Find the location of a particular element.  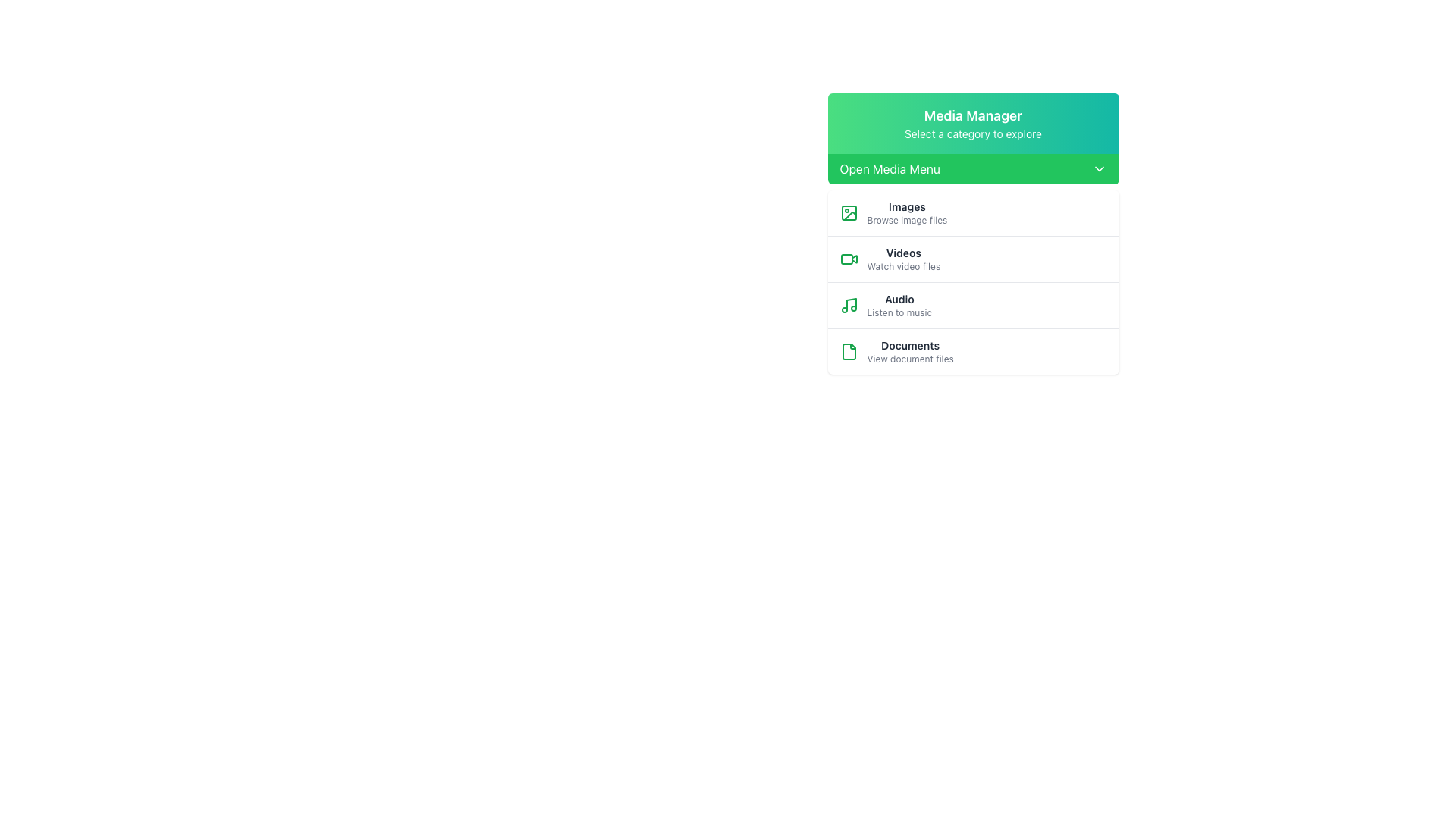

the text element labeled 'View document files' which is styled in a small, gray font and located below the bold label 'Documents' in the dropdown panel titled 'Media Manager' is located at coordinates (910, 359).